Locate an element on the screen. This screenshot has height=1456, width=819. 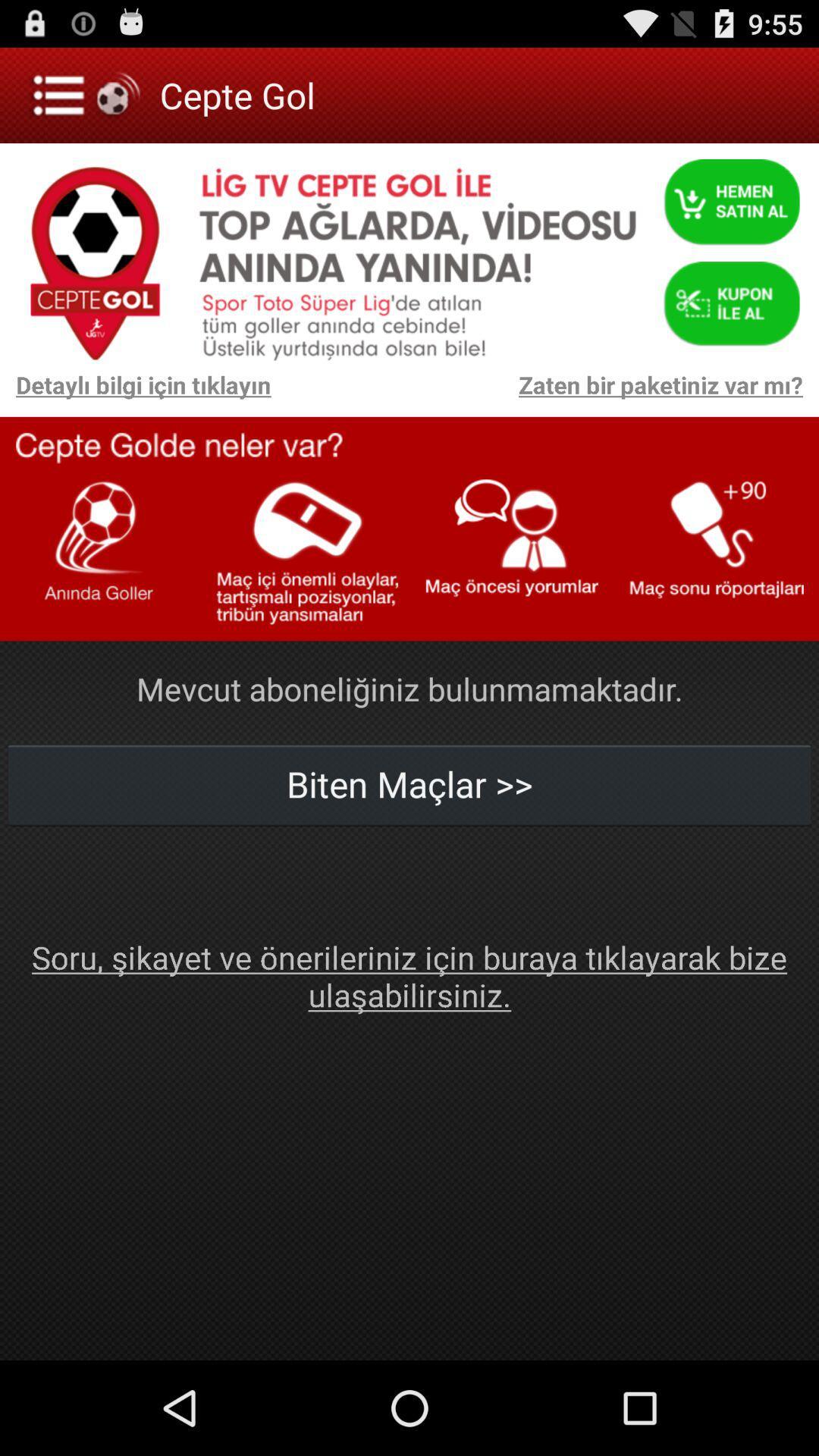
app next to zaten bir paketiniz icon is located at coordinates (134, 392).